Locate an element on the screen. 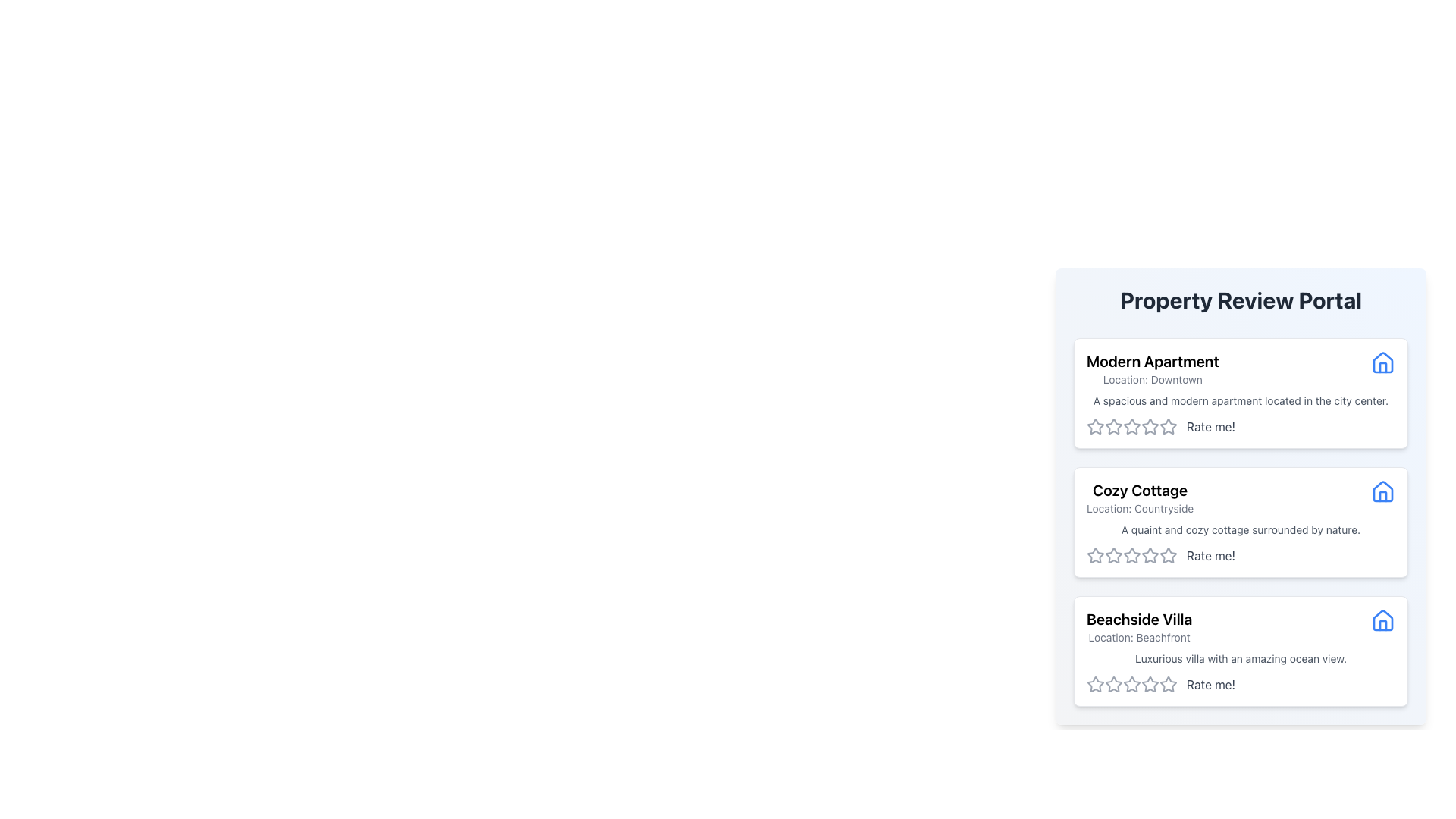 Image resolution: width=1456 pixels, height=819 pixels. the Text Label that provides additional descriptive details about the property being reviewed, located below the title 'Modern Apartment' and its subline 'Location: Downtown.' is located at coordinates (1241, 400).